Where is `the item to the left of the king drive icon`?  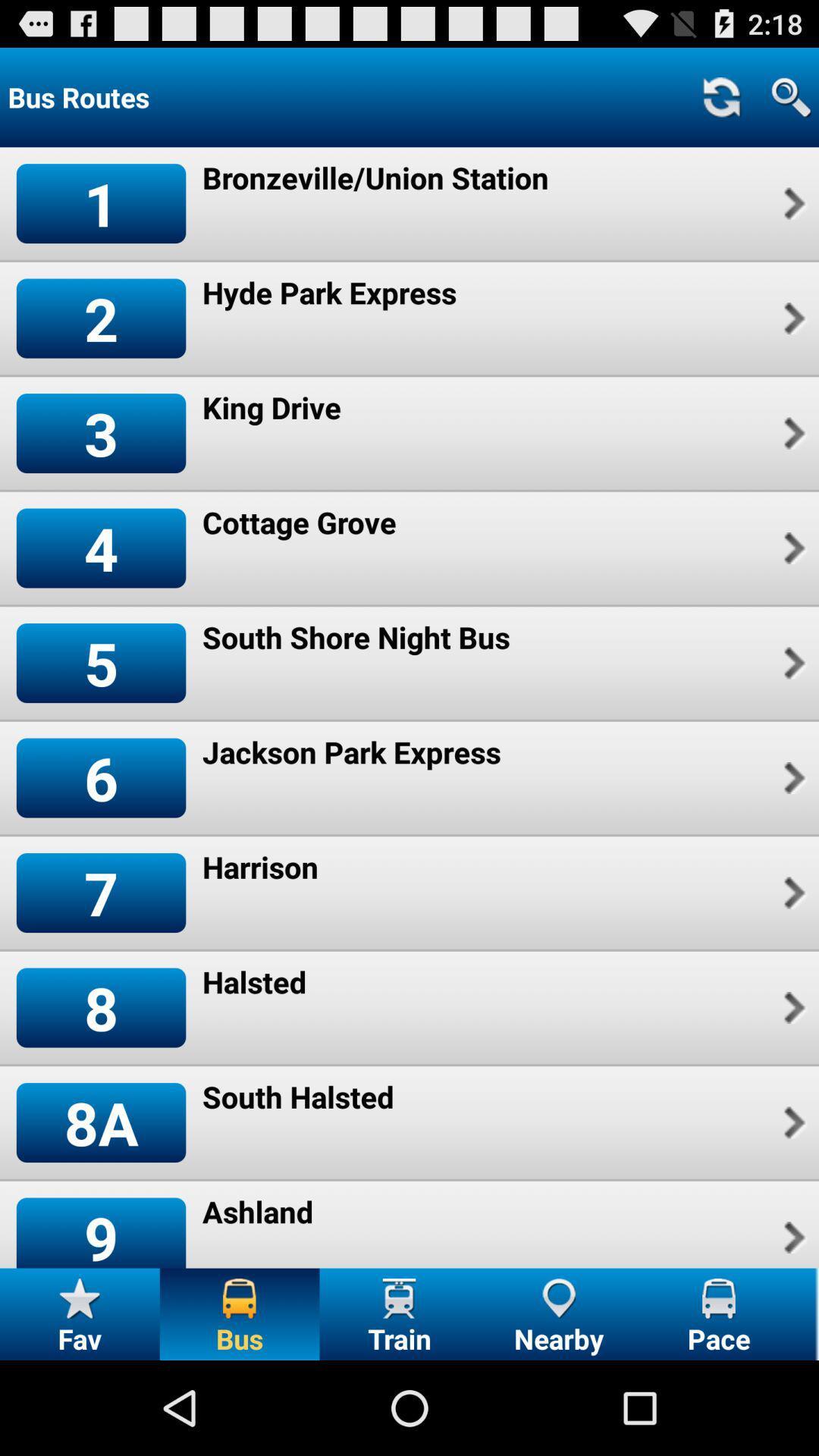
the item to the left of the king drive icon is located at coordinates (101, 432).